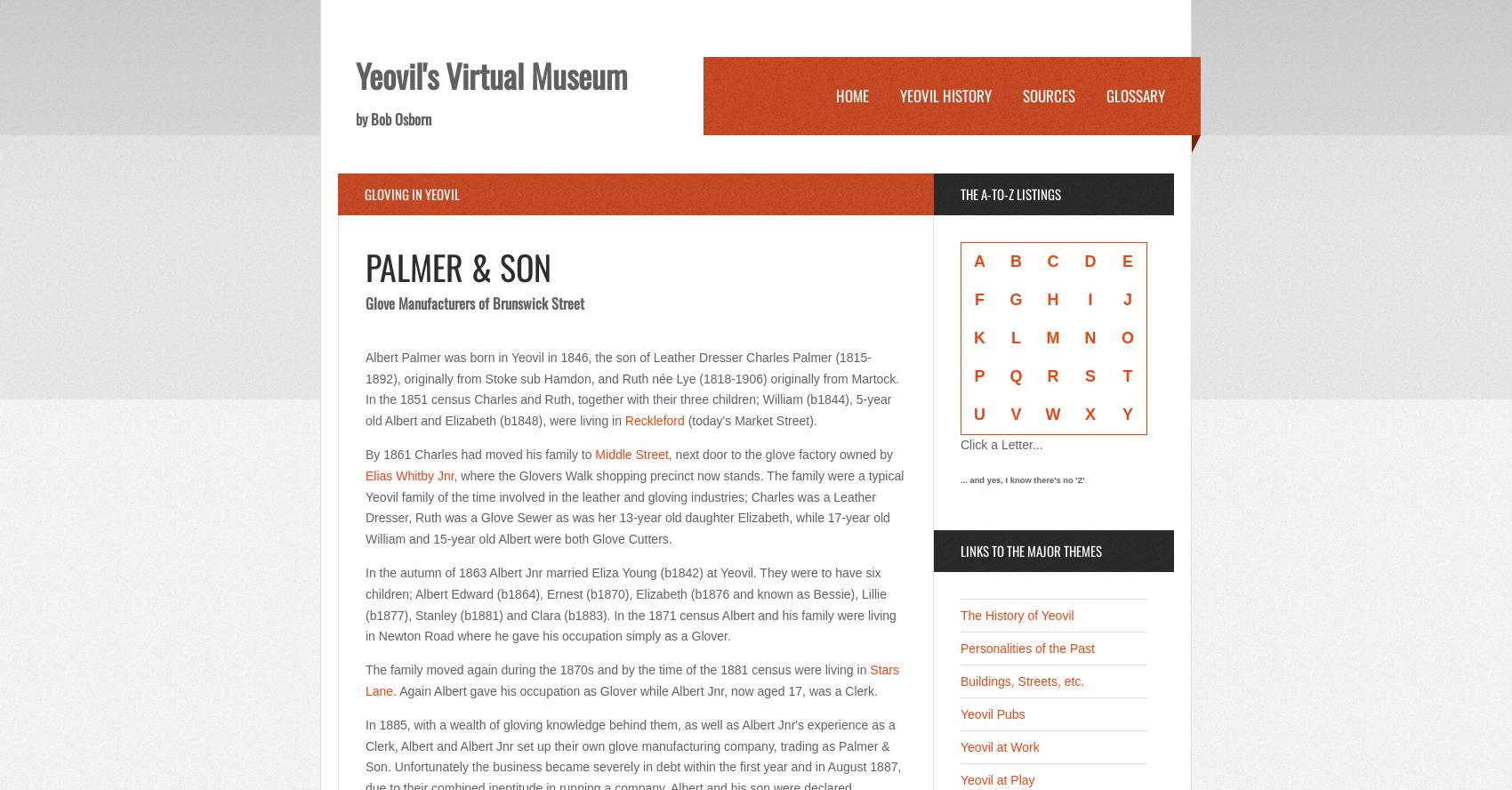  What do you see at coordinates (1126, 375) in the screenshot?
I see `'T'` at bounding box center [1126, 375].